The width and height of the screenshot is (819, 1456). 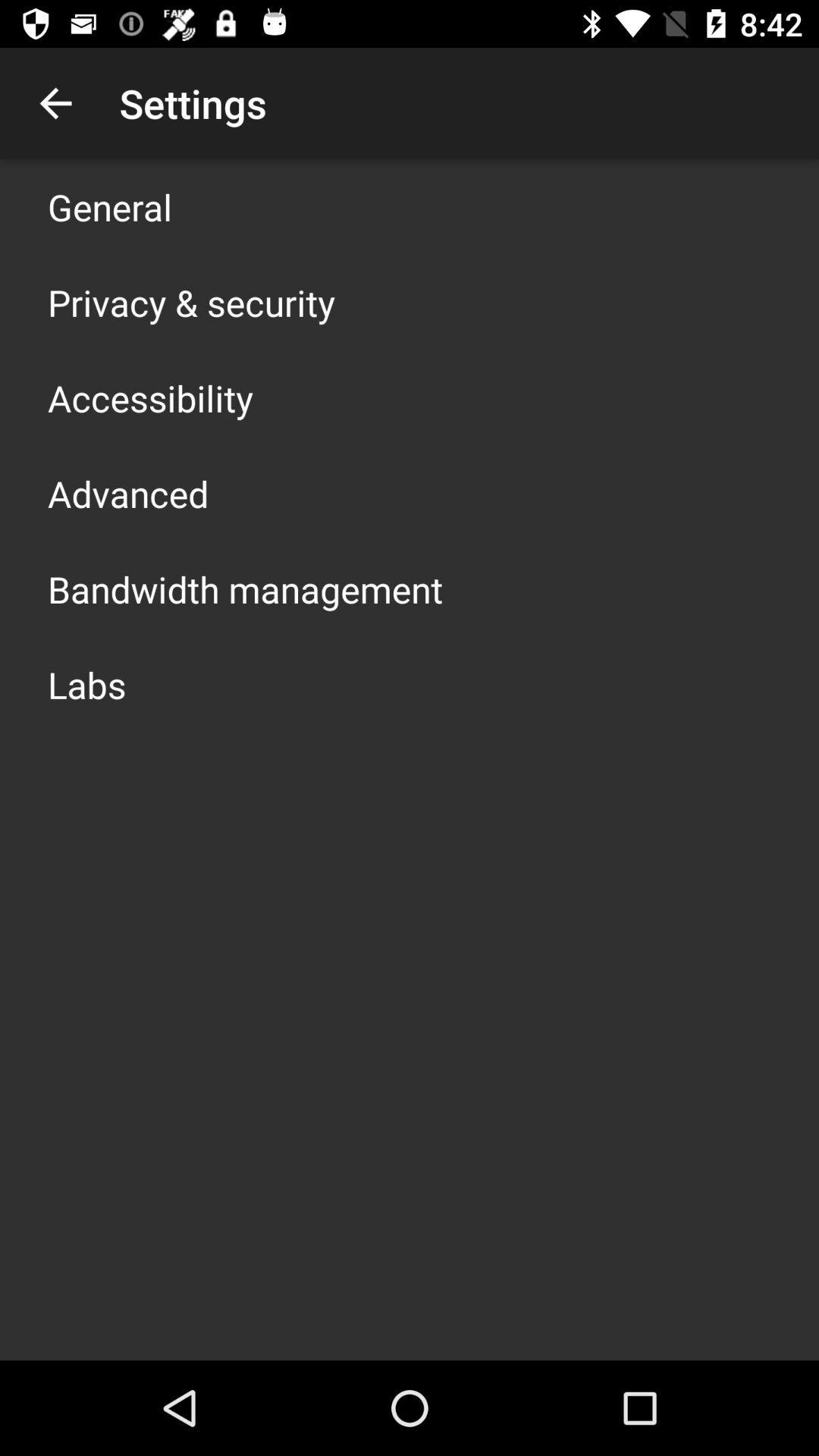 I want to click on bandwidth management app, so click(x=244, y=588).